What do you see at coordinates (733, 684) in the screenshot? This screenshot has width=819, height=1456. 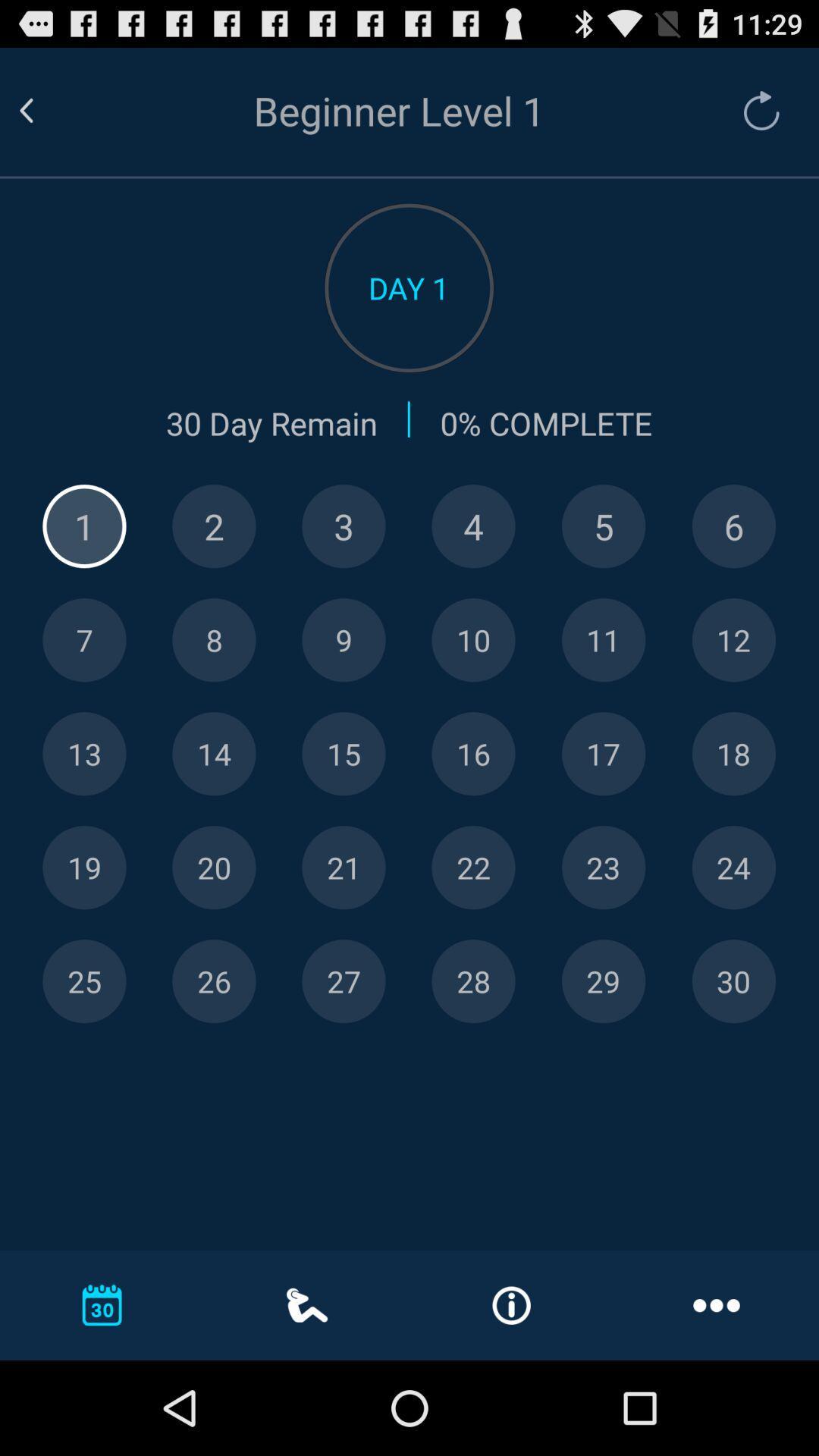 I see `the edit icon` at bounding box center [733, 684].